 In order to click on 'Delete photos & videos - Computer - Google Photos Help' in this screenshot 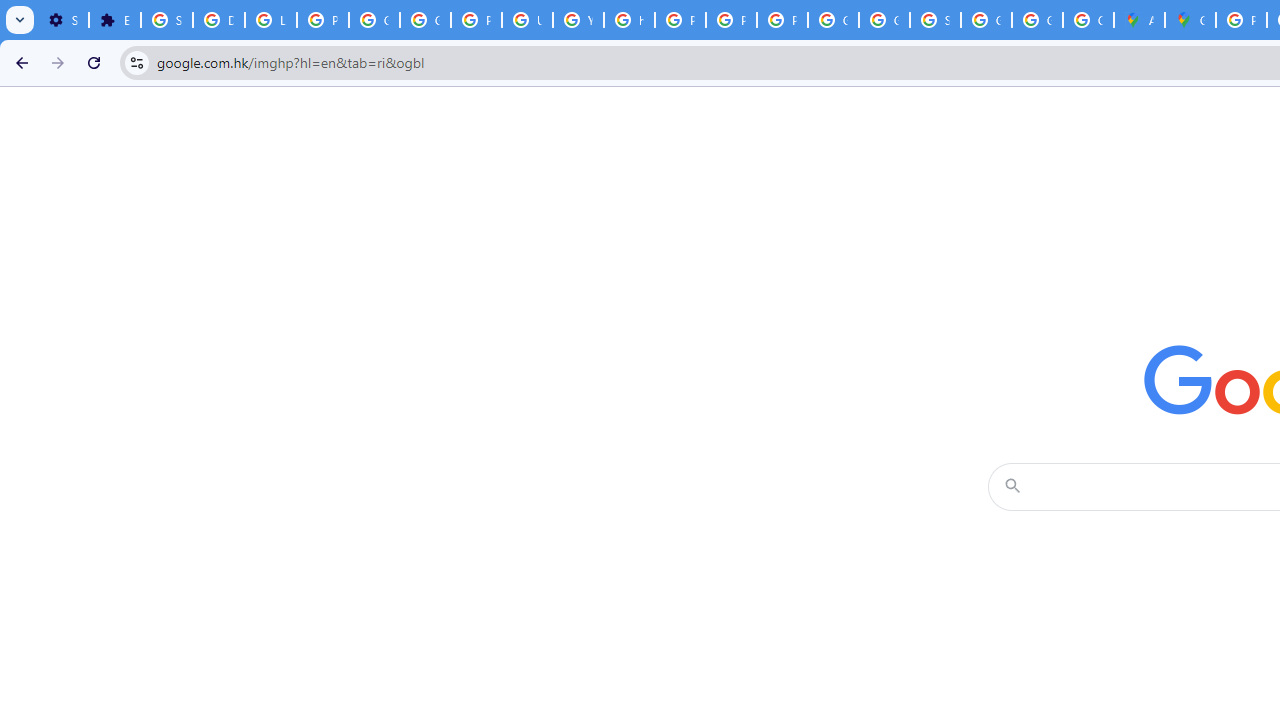, I will do `click(218, 20)`.